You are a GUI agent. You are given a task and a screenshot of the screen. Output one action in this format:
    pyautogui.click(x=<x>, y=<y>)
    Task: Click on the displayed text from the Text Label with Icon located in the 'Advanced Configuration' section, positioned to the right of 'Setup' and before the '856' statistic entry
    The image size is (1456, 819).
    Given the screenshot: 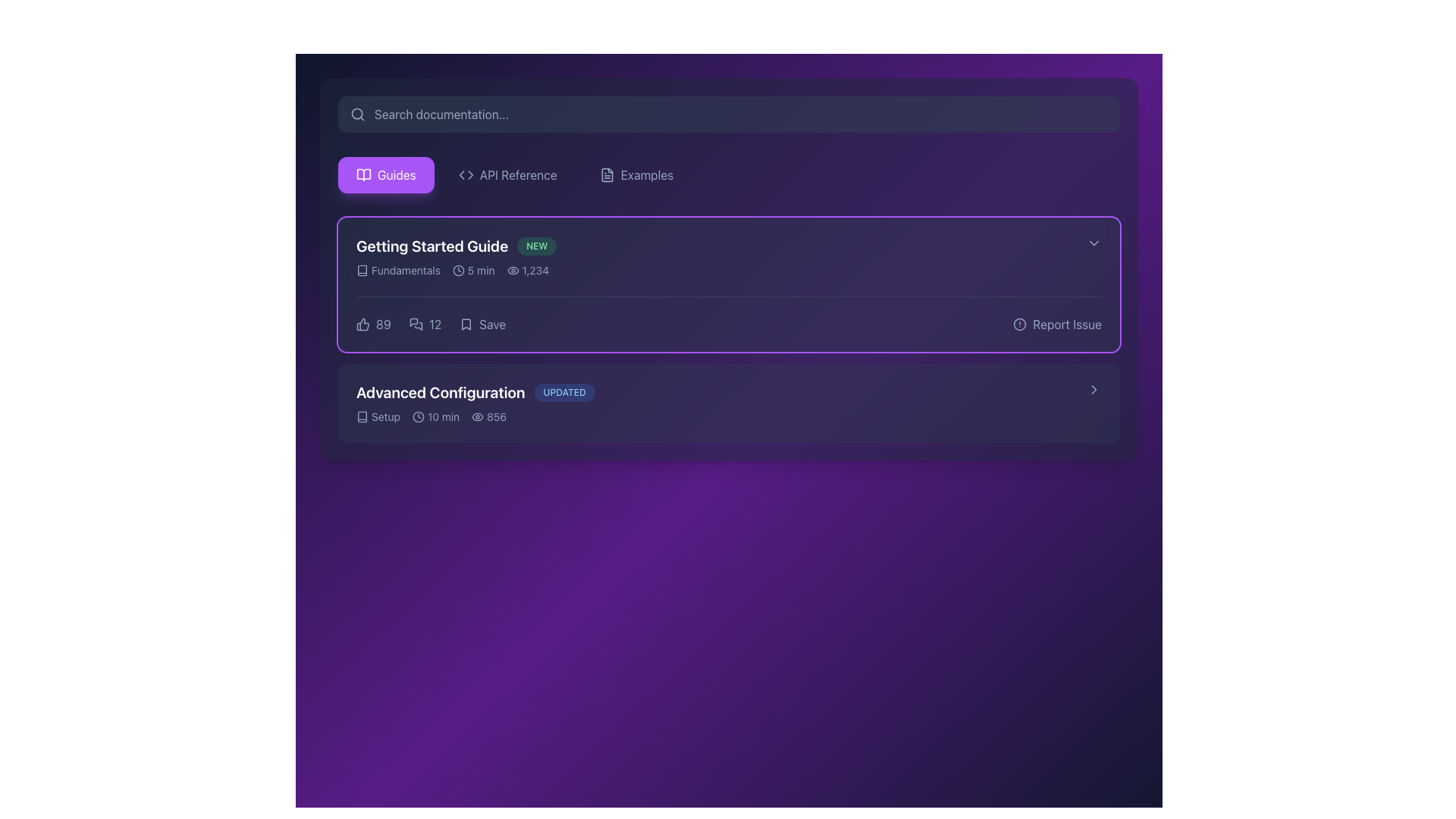 What is the action you would take?
    pyautogui.click(x=435, y=417)
    